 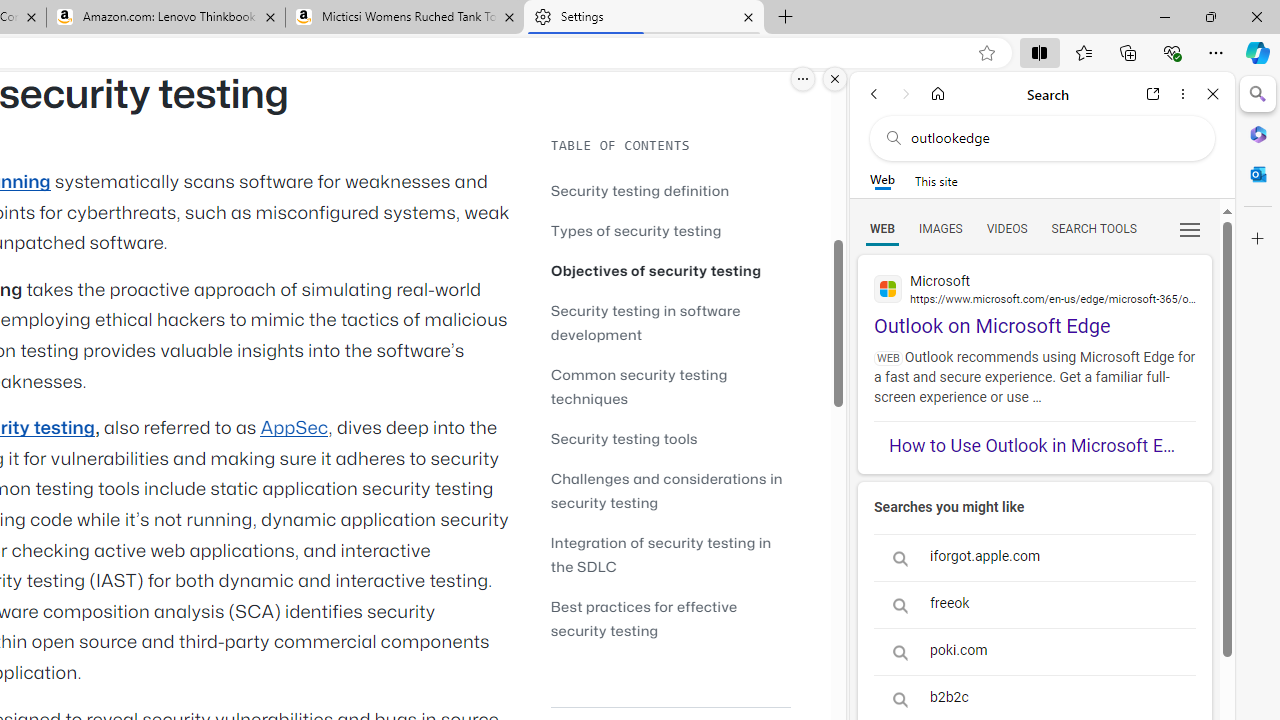 I want to click on 'Security testing tools', so click(x=670, y=437).